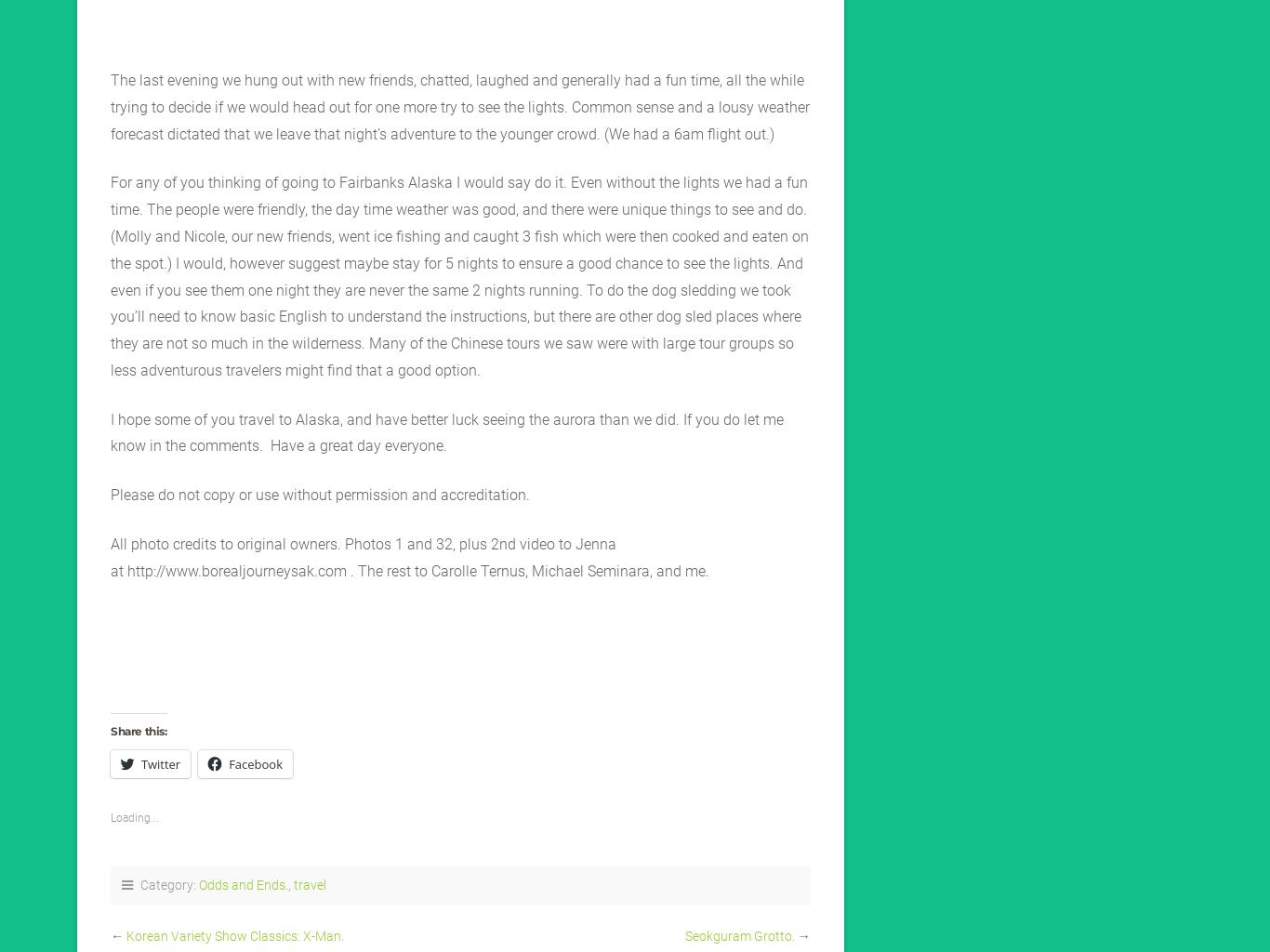 Image resolution: width=1270 pixels, height=952 pixels. I want to click on 'Loading...', so click(133, 815).